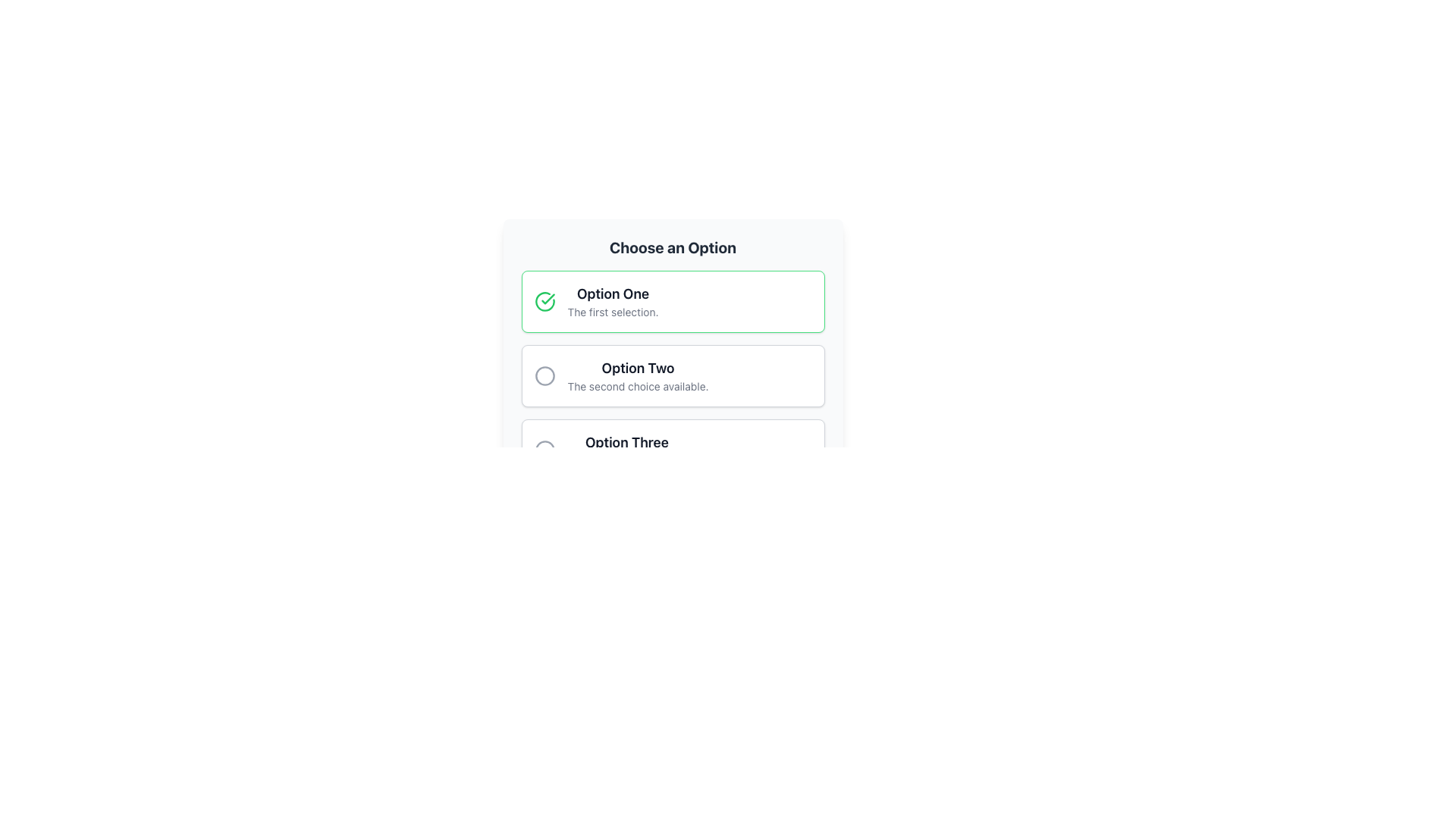  Describe the element at coordinates (613, 312) in the screenshot. I see `the descriptive text label displaying 'The first selection.' which is positioned below the 'Option One' heading in the first option of the list` at that location.